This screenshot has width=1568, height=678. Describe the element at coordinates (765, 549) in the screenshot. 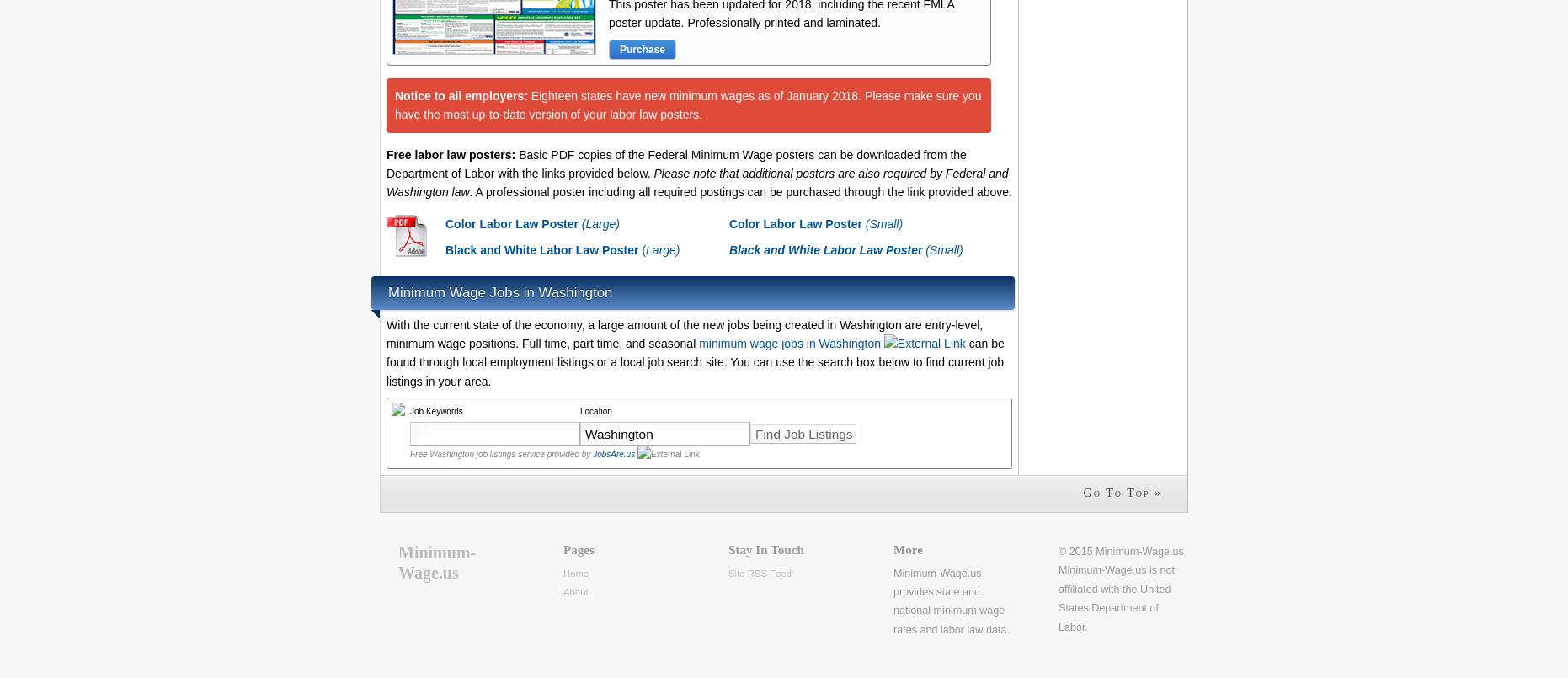

I see `'Stay In Touch'` at that location.